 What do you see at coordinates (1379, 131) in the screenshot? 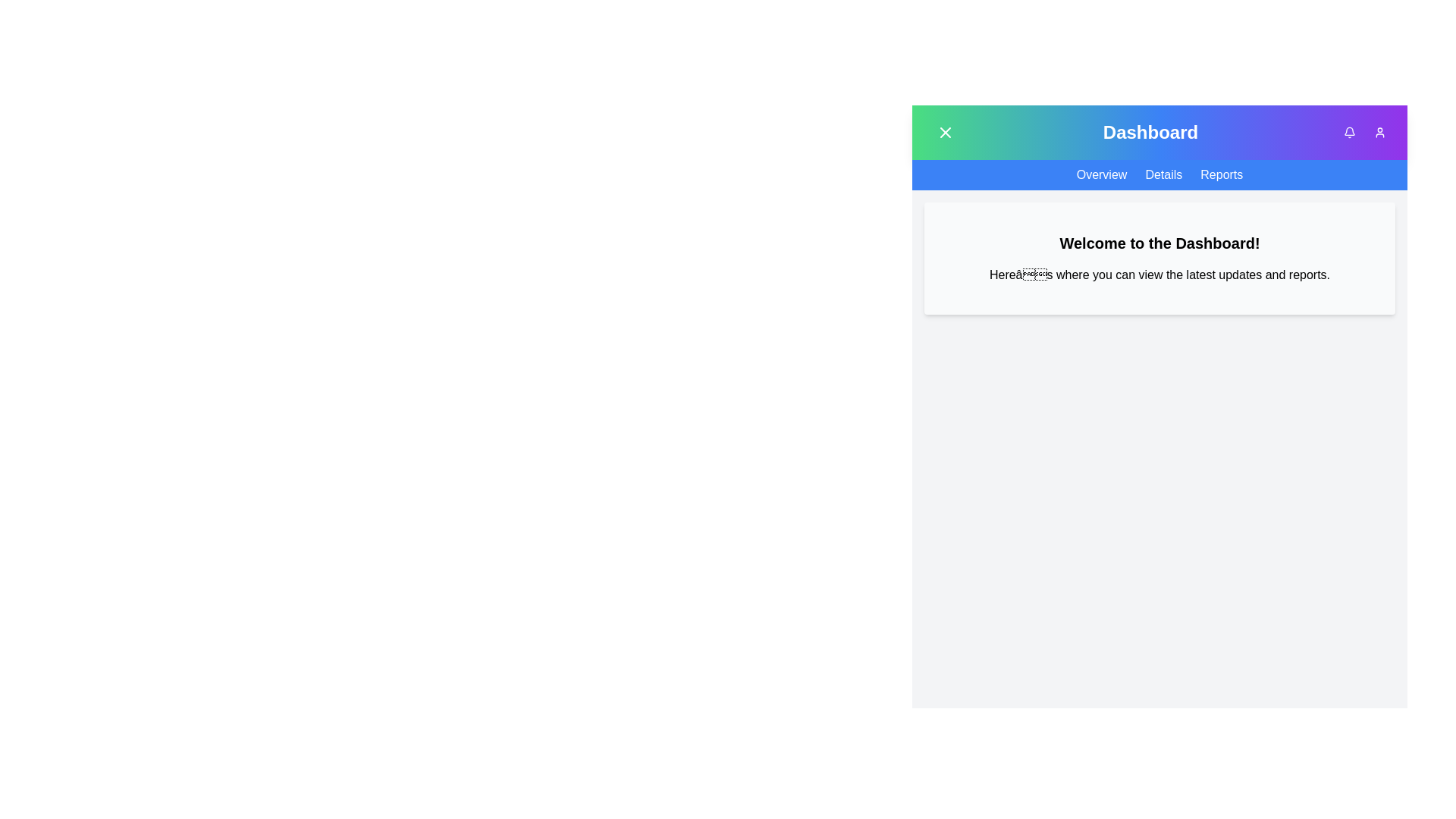
I see `the user profile icon in the top-right corner` at bounding box center [1379, 131].